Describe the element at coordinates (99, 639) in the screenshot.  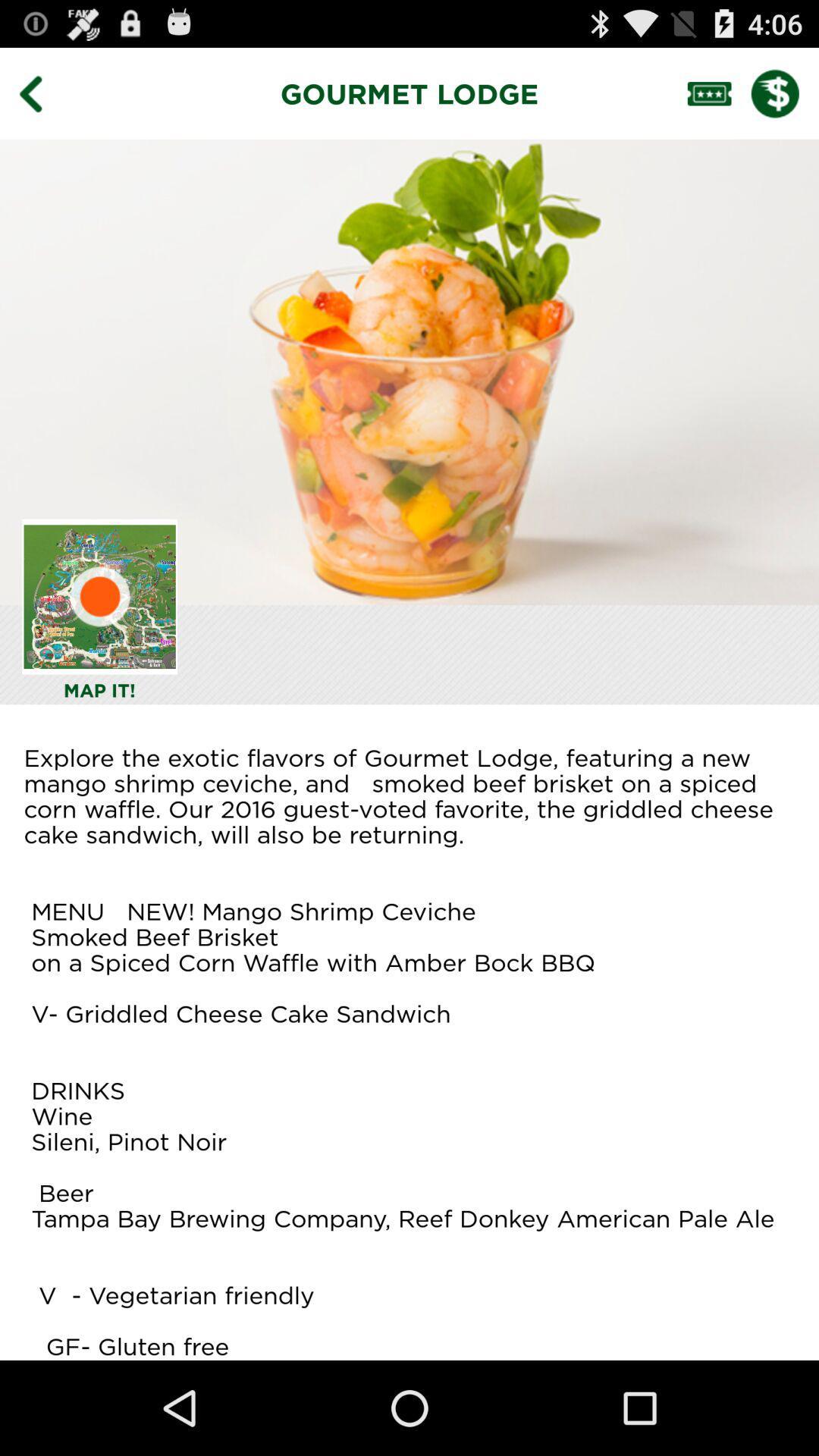
I see `the settings icon` at that location.